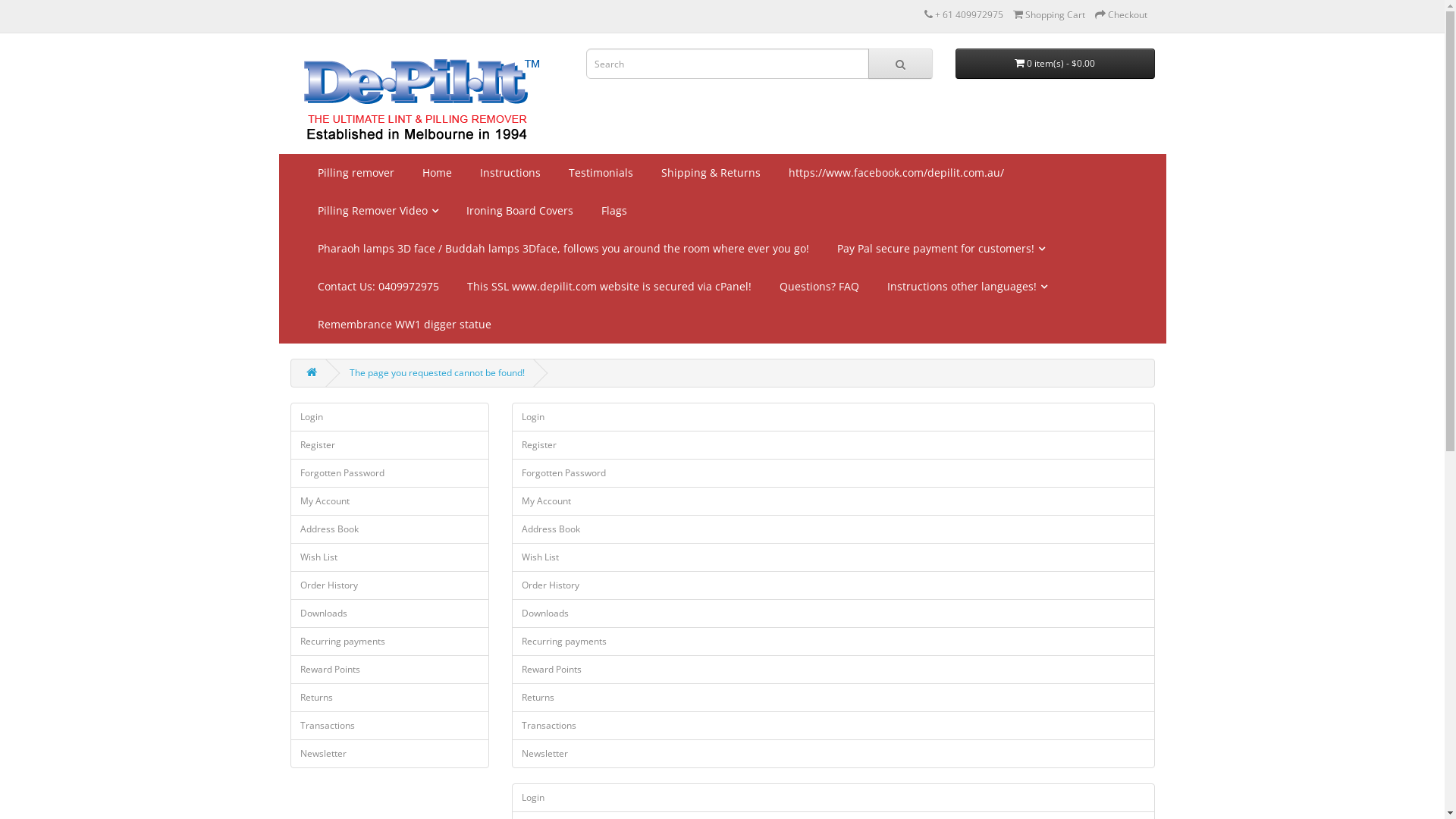  I want to click on 'The page you requested cannot be found!', so click(435, 372).